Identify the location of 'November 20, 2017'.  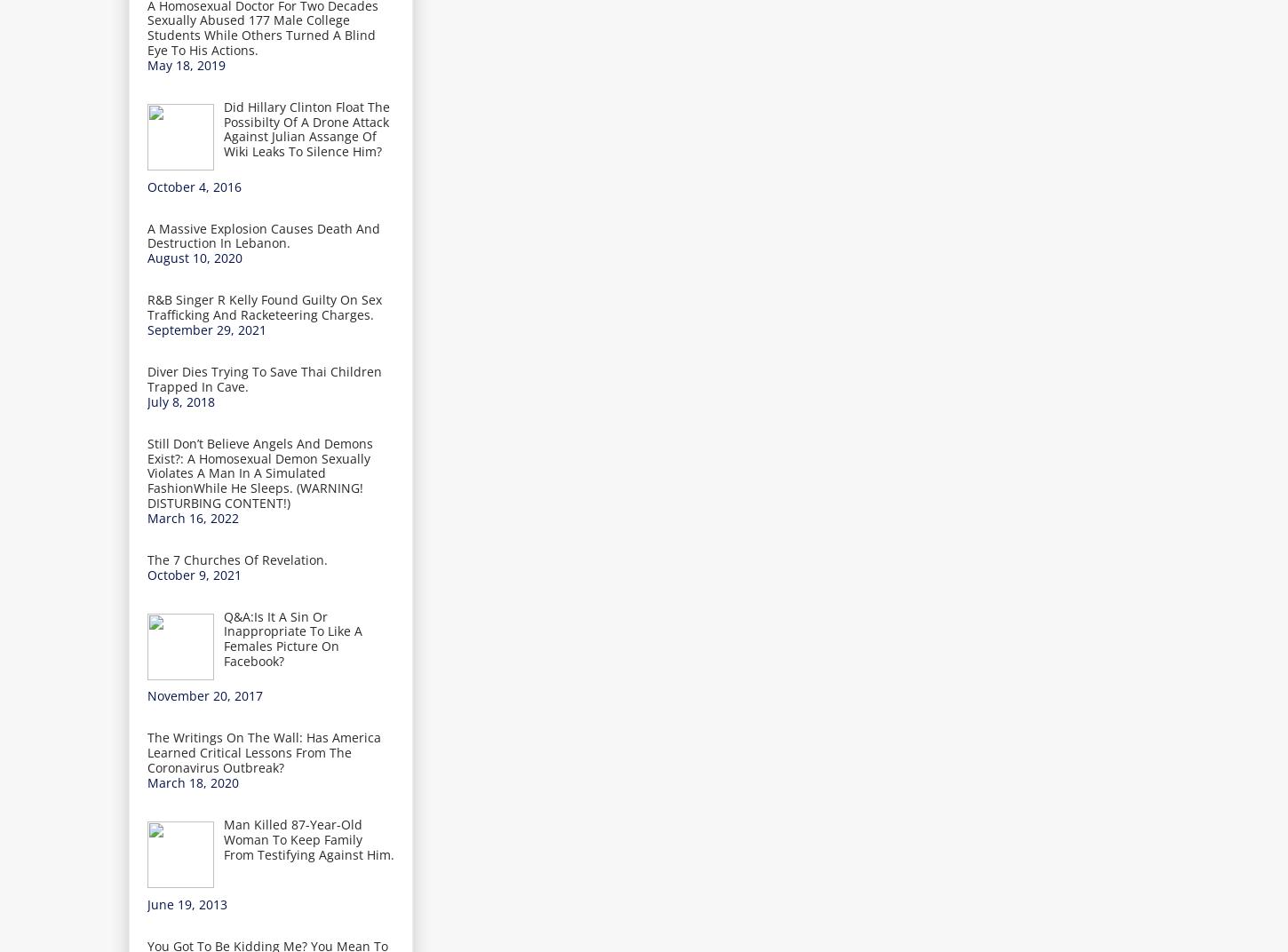
(203, 695).